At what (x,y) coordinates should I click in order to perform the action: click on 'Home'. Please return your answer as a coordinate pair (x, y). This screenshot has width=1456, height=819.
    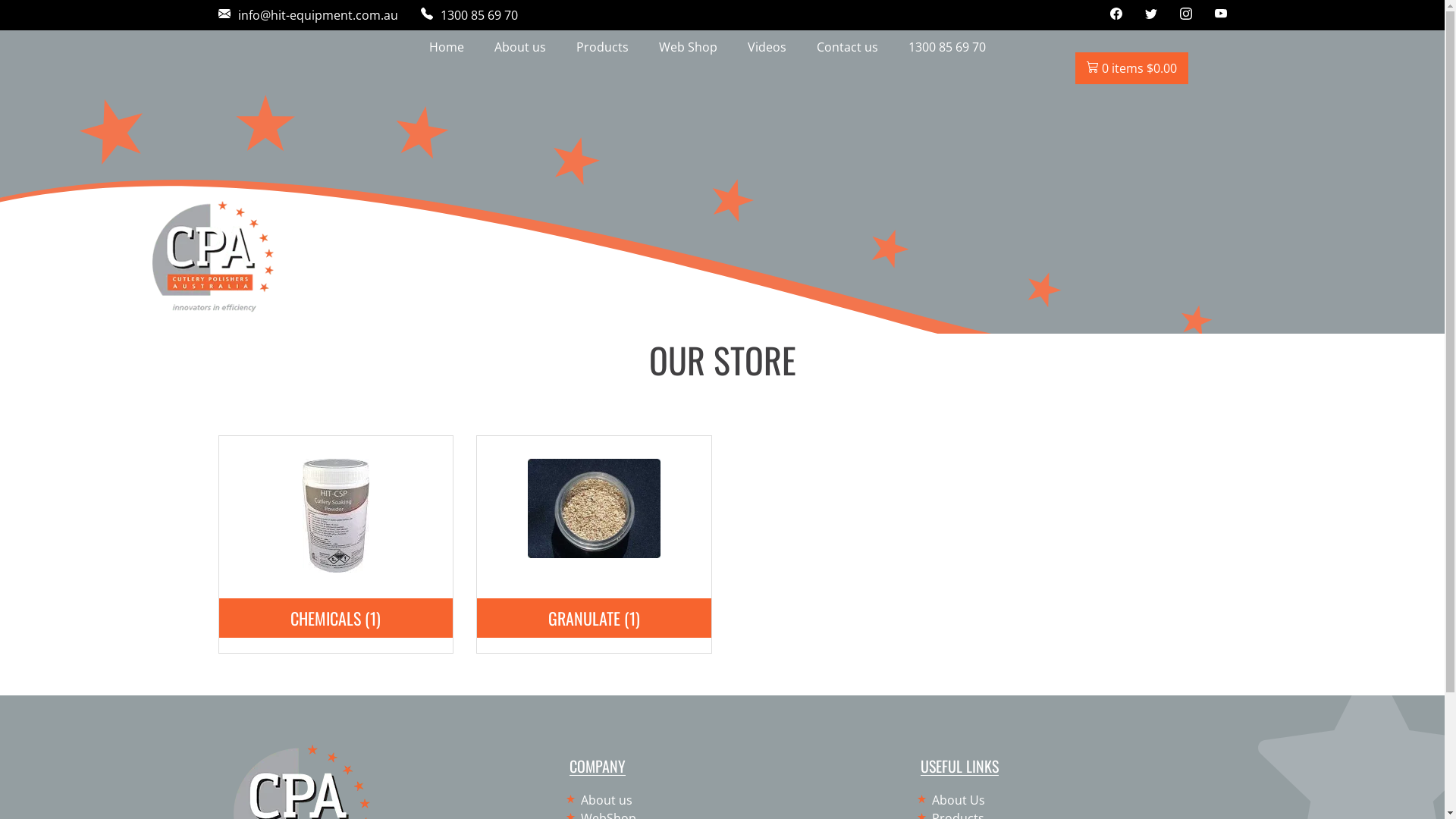
    Looking at the image, I should click on (414, 45).